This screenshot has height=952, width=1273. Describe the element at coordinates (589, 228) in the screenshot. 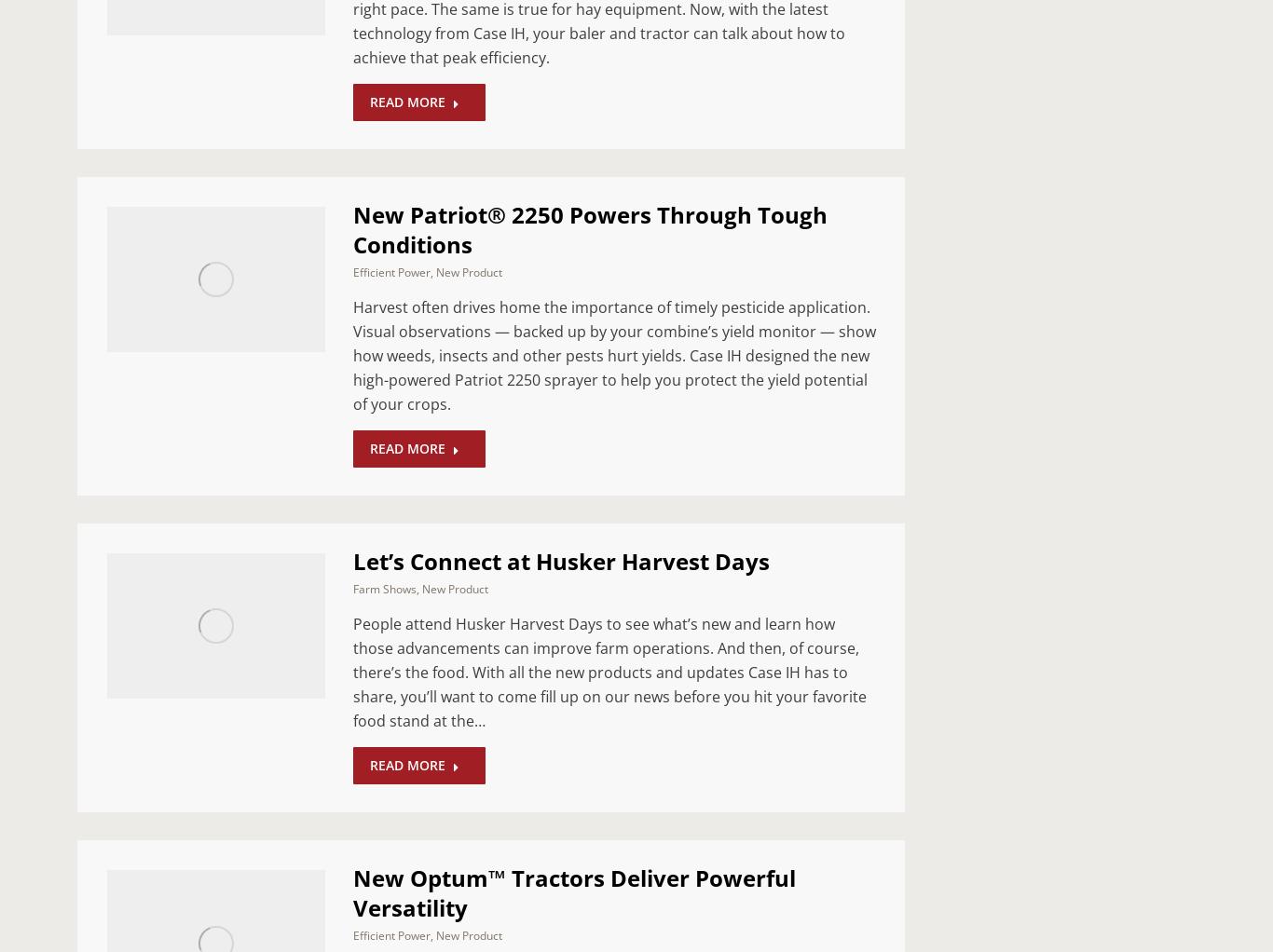

I see `'New Patriot® 2250 Powers Through Tough Conditions'` at that location.